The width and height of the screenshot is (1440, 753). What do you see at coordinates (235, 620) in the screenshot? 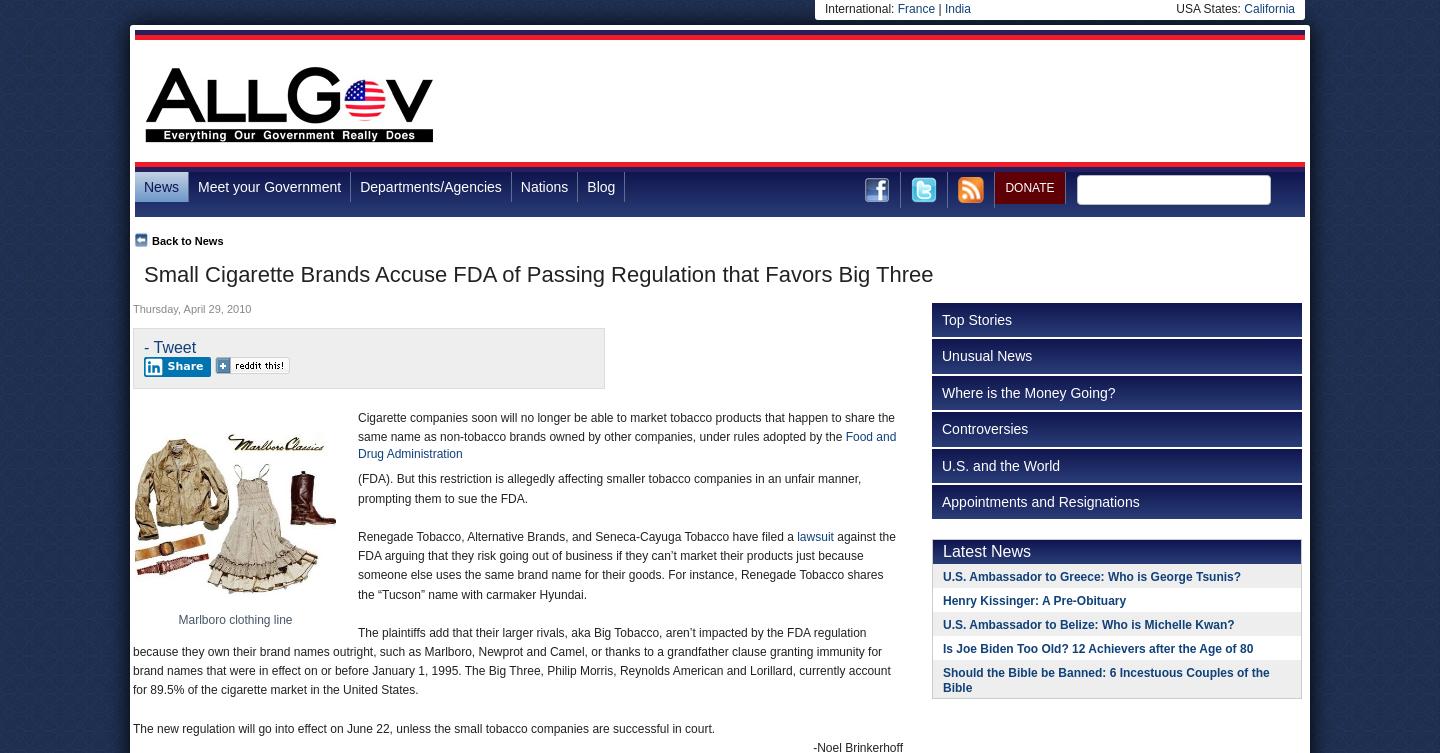
I see `'Marlboro clothing line'` at bounding box center [235, 620].